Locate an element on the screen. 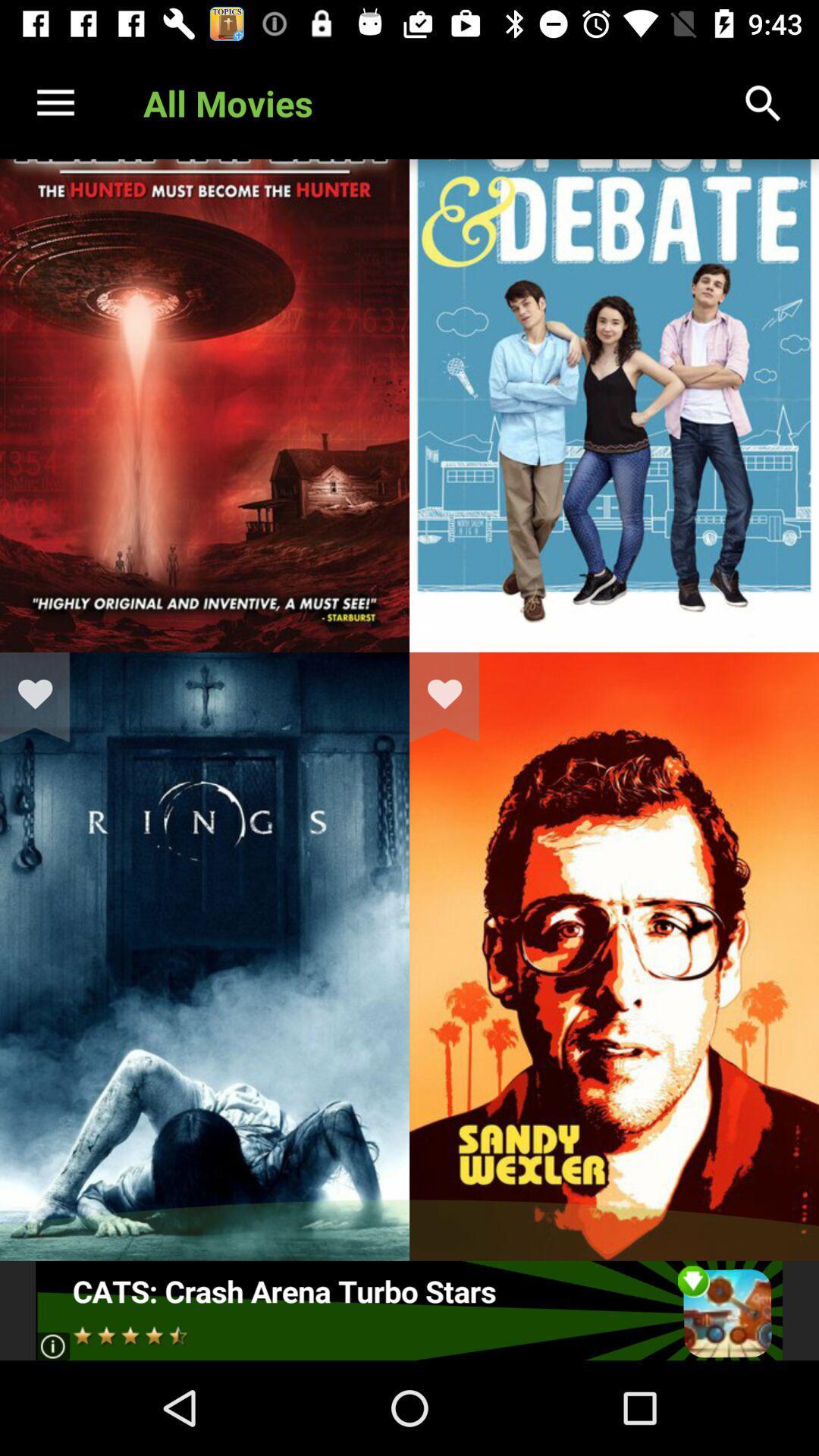 This screenshot has width=819, height=1456. love the movie is located at coordinates (44, 696).